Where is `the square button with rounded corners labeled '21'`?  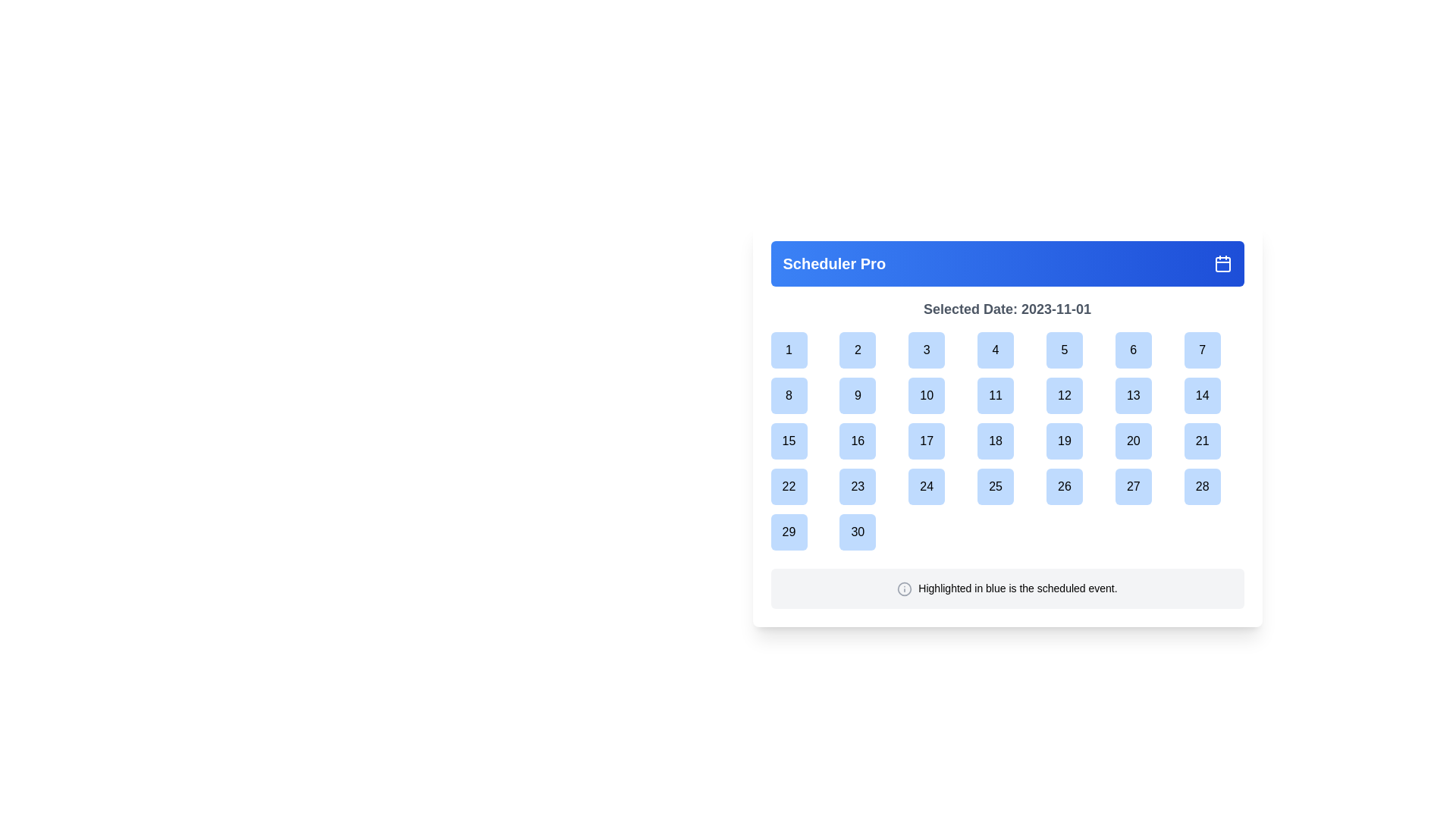
the square button with rounded corners labeled '21' is located at coordinates (1214, 441).